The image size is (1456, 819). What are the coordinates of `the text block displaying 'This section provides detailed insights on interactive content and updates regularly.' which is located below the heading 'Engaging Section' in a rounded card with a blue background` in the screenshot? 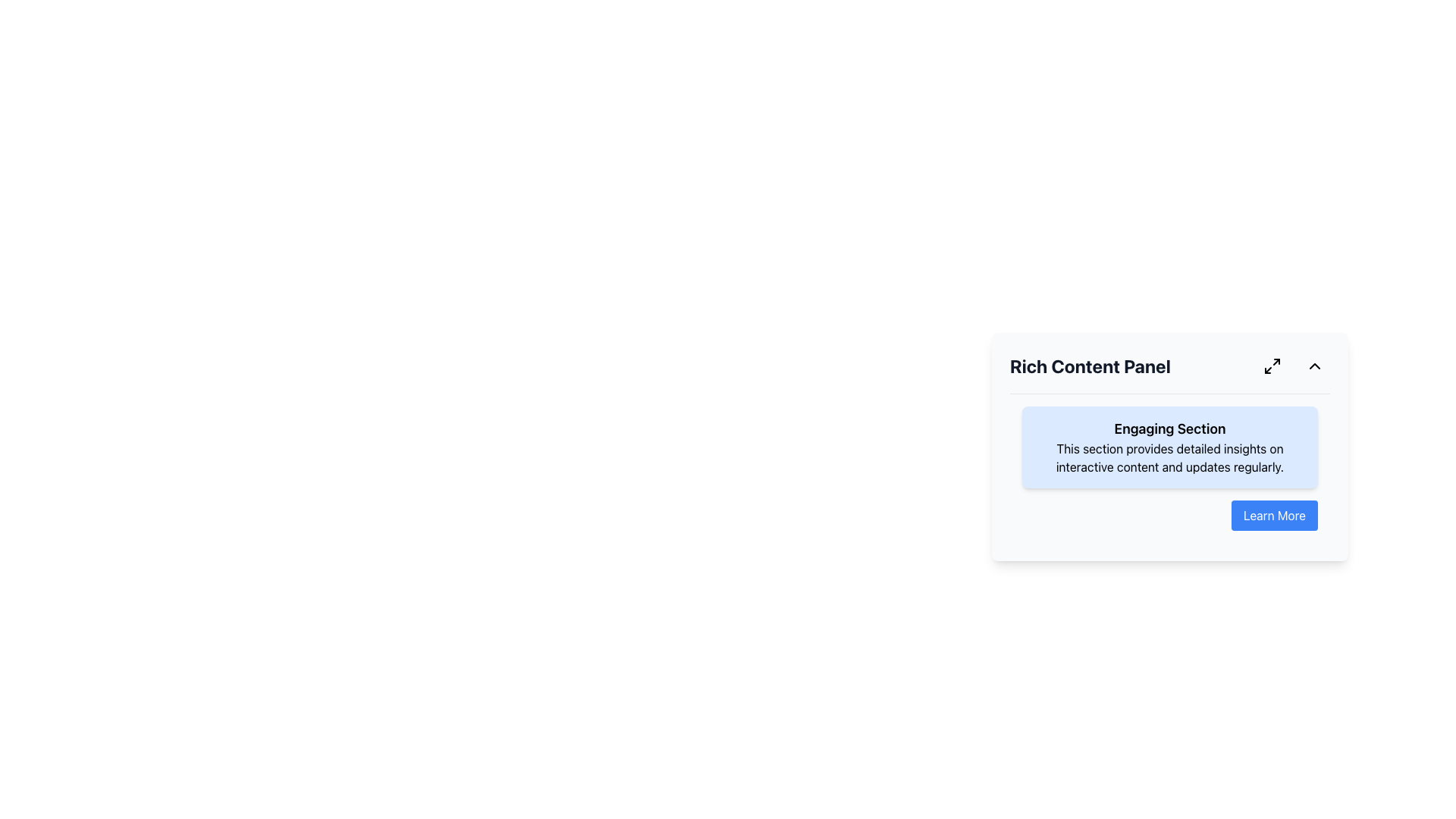 It's located at (1169, 457).